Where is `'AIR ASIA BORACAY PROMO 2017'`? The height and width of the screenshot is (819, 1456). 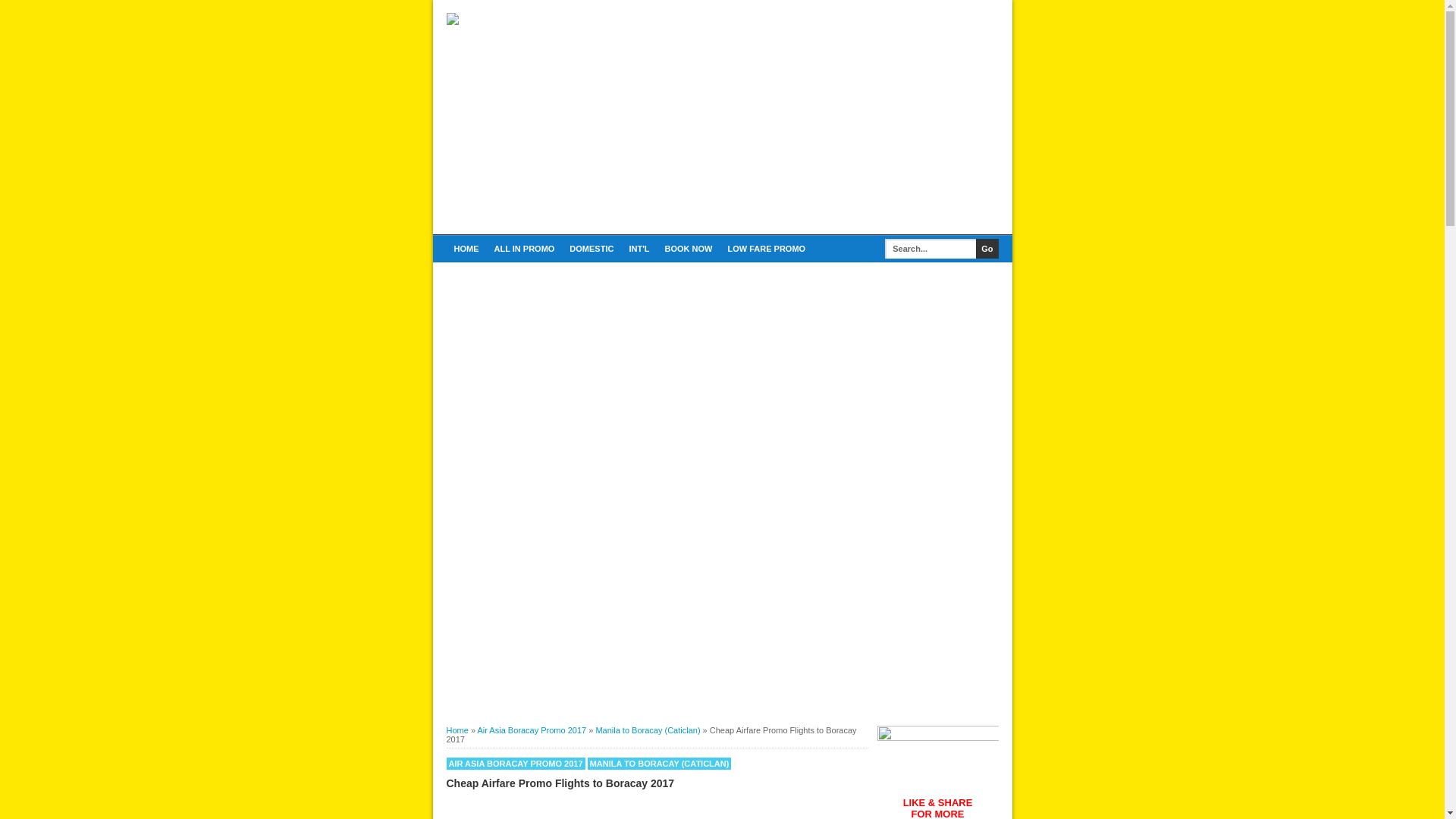
'AIR ASIA BORACAY PROMO 2017' is located at coordinates (515, 763).